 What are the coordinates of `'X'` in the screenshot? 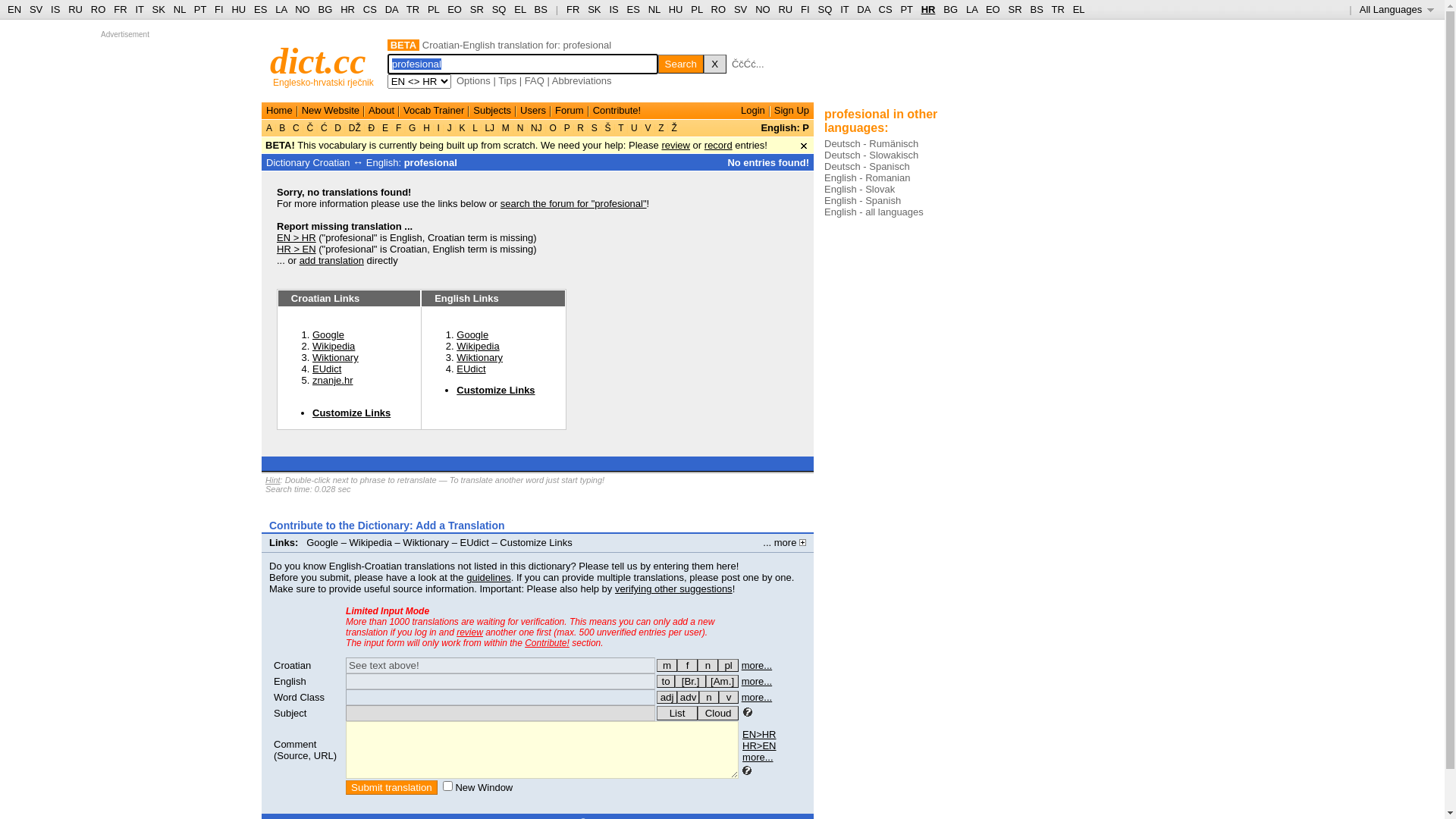 It's located at (714, 63).